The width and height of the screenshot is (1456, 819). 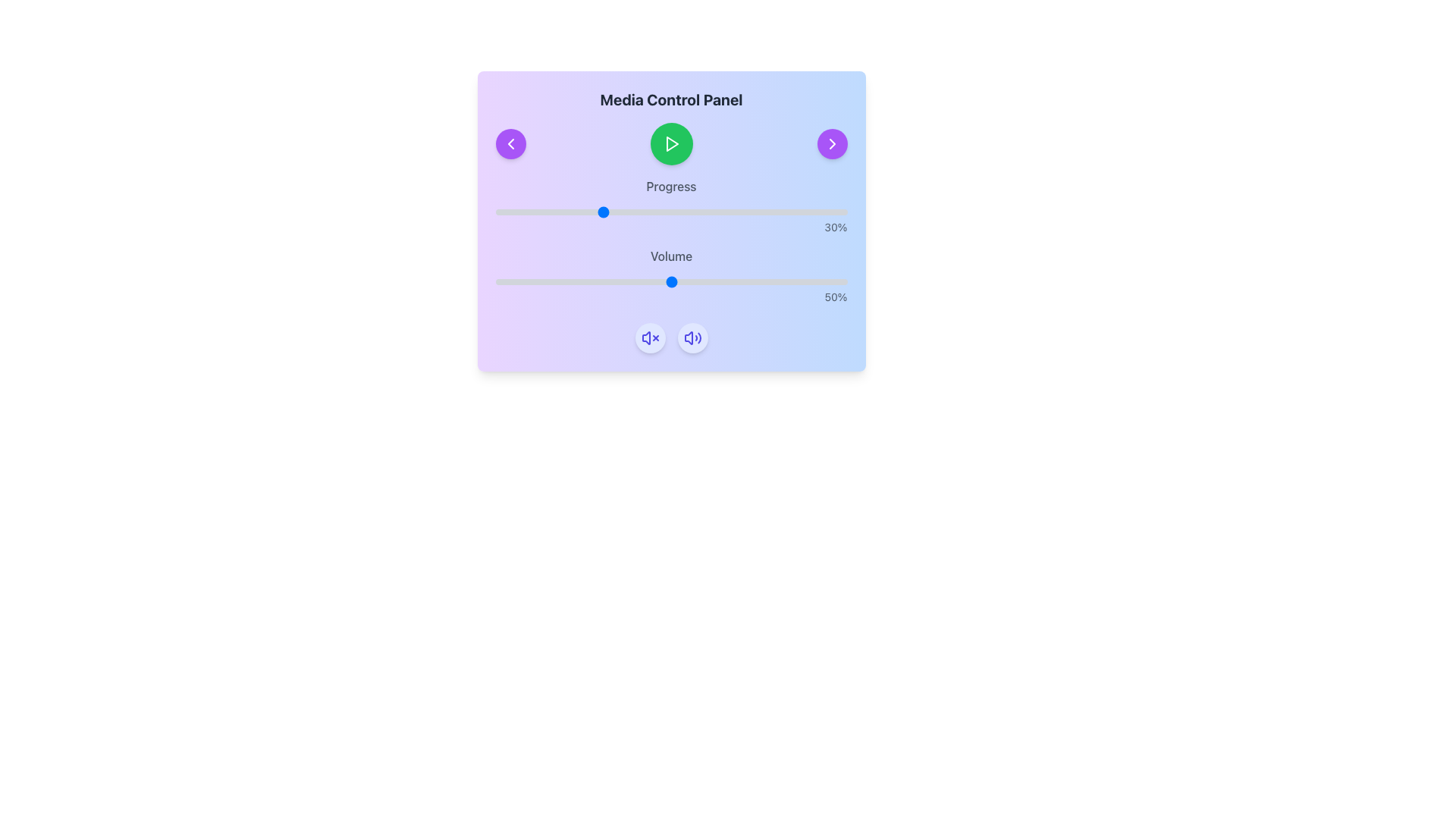 What do you see at coordinates (544, 281) in the screenshot?
I see `the slider value` at bounding box center [544, 281].